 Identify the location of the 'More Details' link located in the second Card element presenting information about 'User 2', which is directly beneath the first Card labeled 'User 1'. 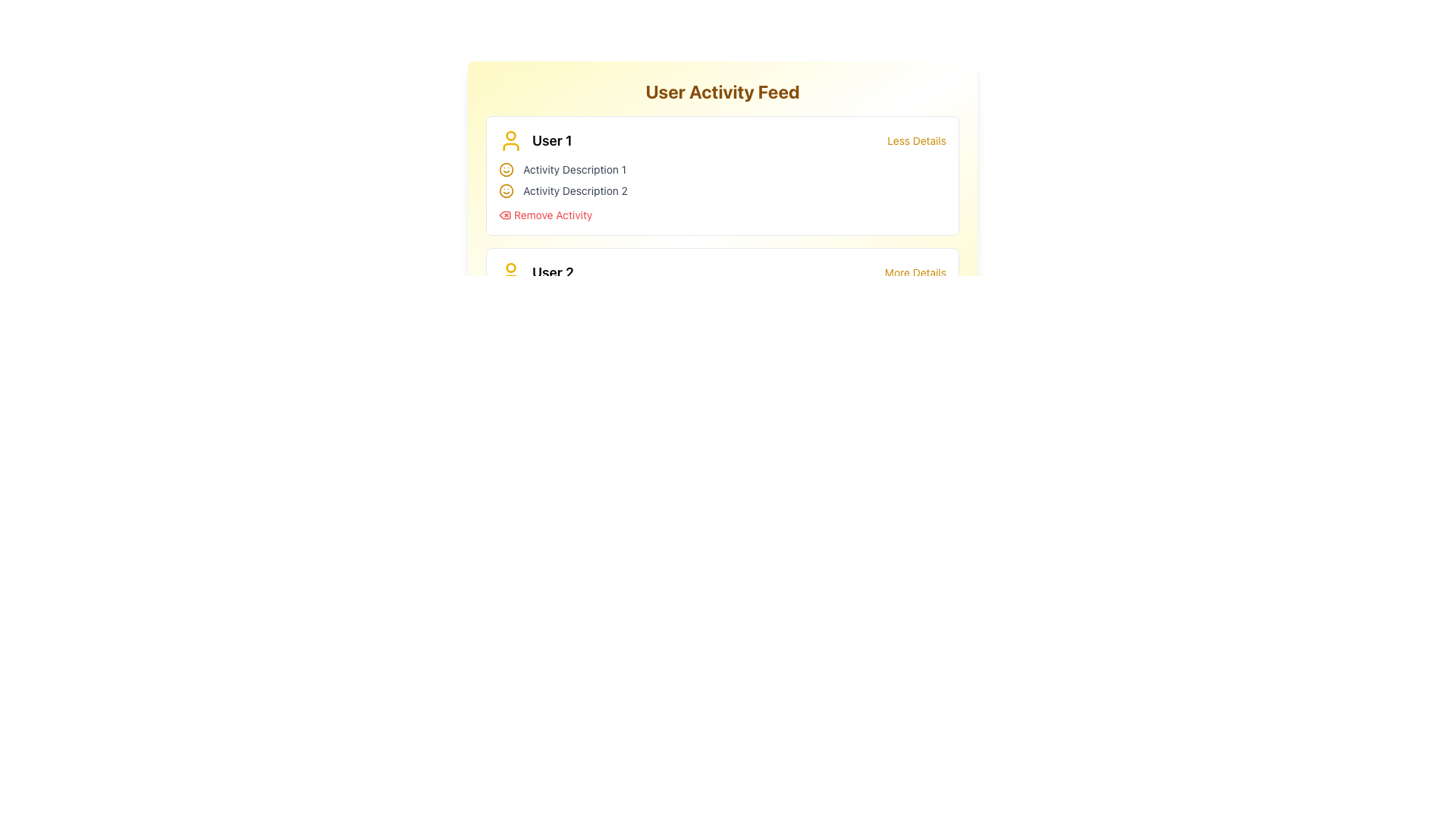
(722, 271).